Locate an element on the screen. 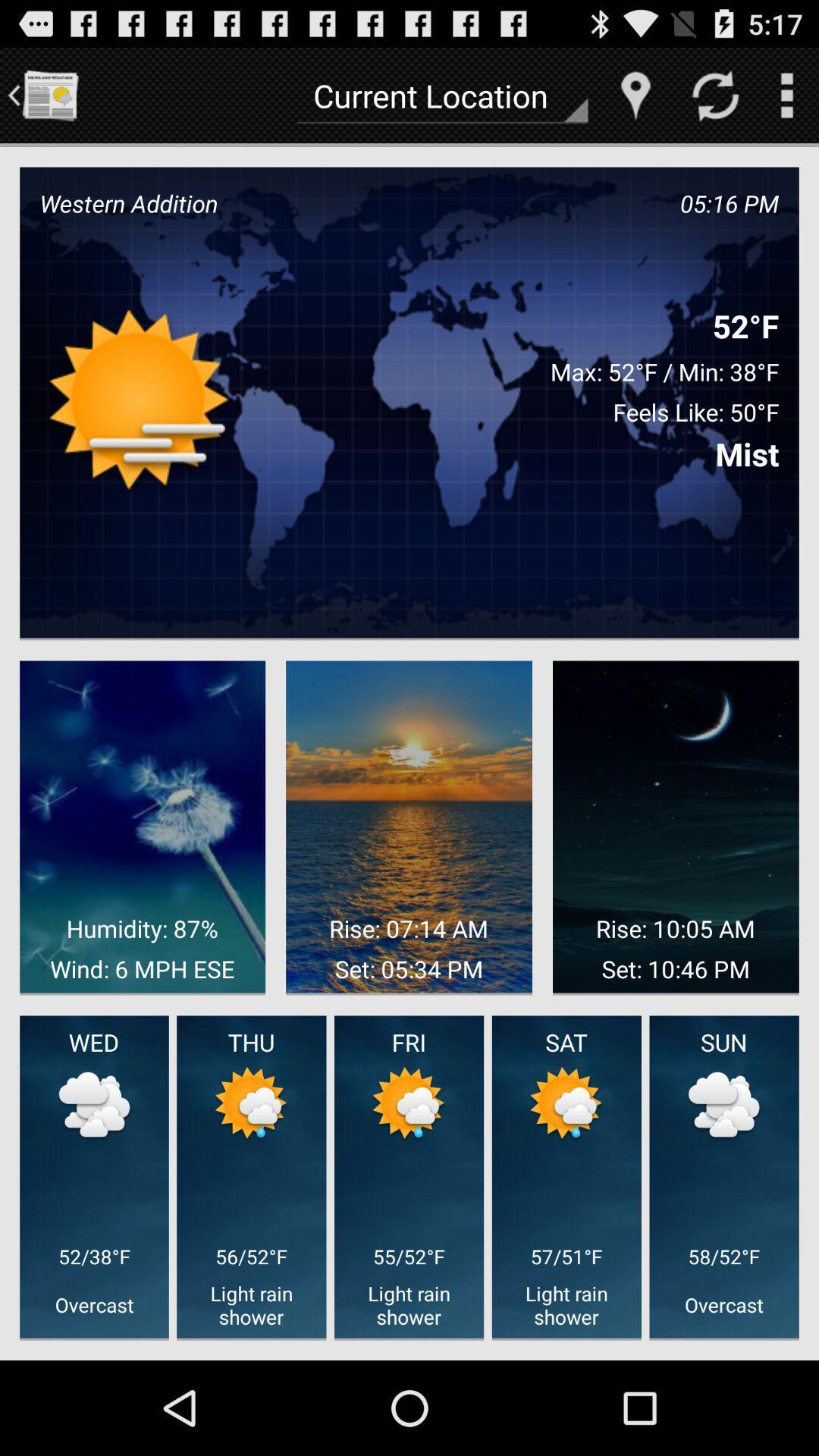 This screenshot has width=819, height=1456. the item next to the current location app is located at coordinates (635, 94).